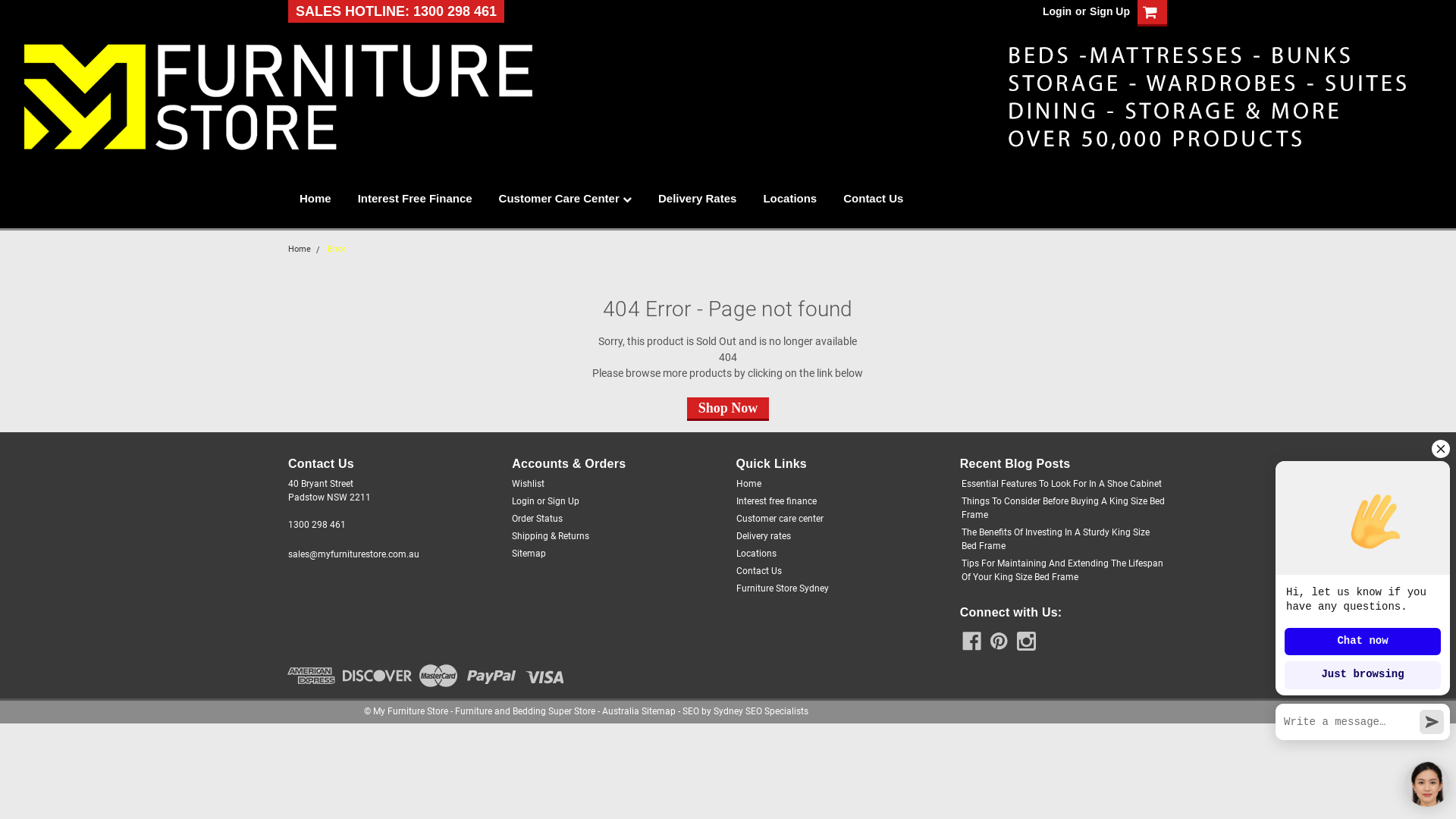  I want to click on 'Wishlist', so click(528, 483).